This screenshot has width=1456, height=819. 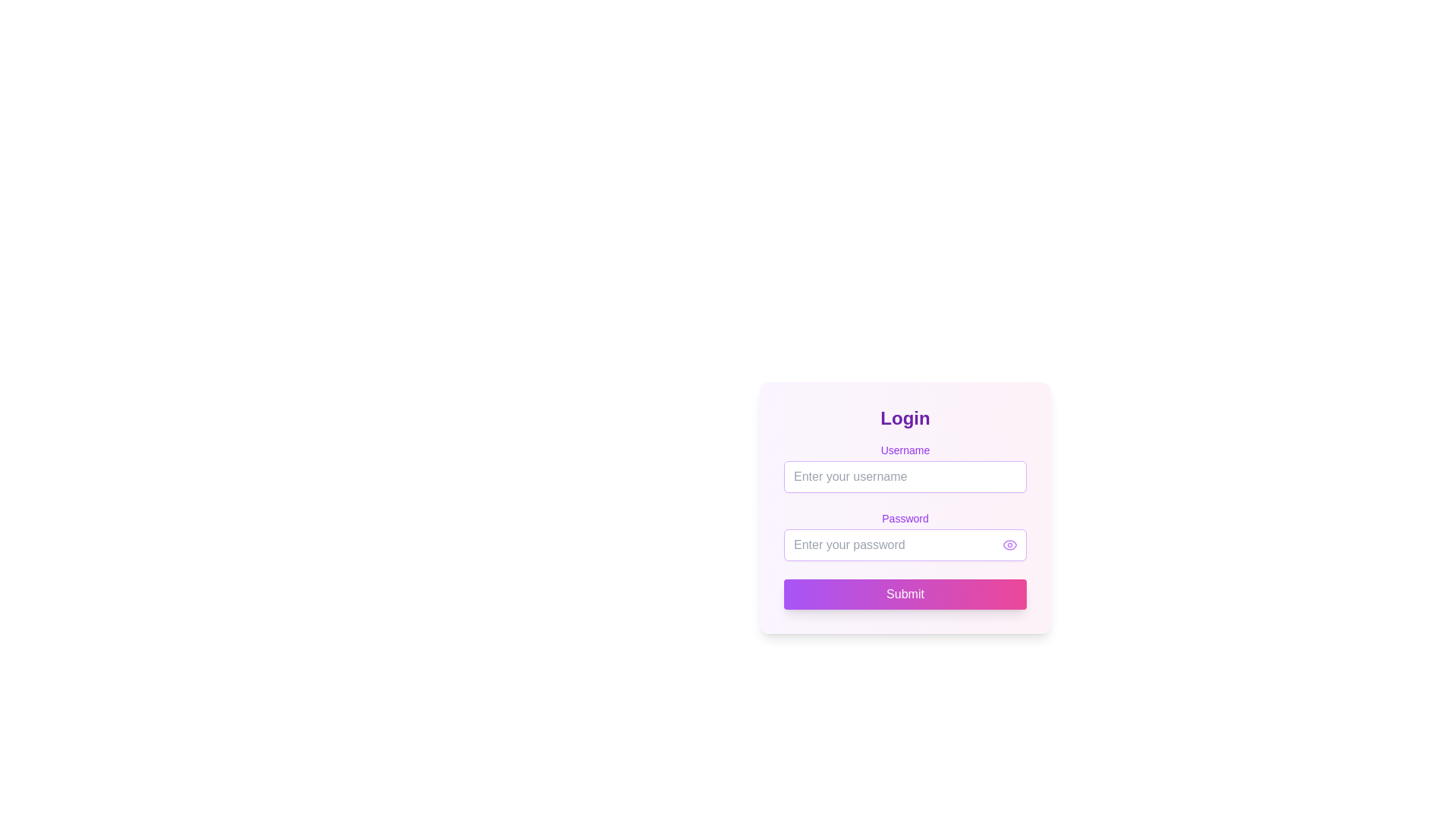 What do you see at coordinates (1009, 544) in the screenshot?
I see `the outer elliptical curve of the eye icon used for toggling the visibility of the password input field, positioned on the right side of the password input area` at bounding box center [1009, 544].